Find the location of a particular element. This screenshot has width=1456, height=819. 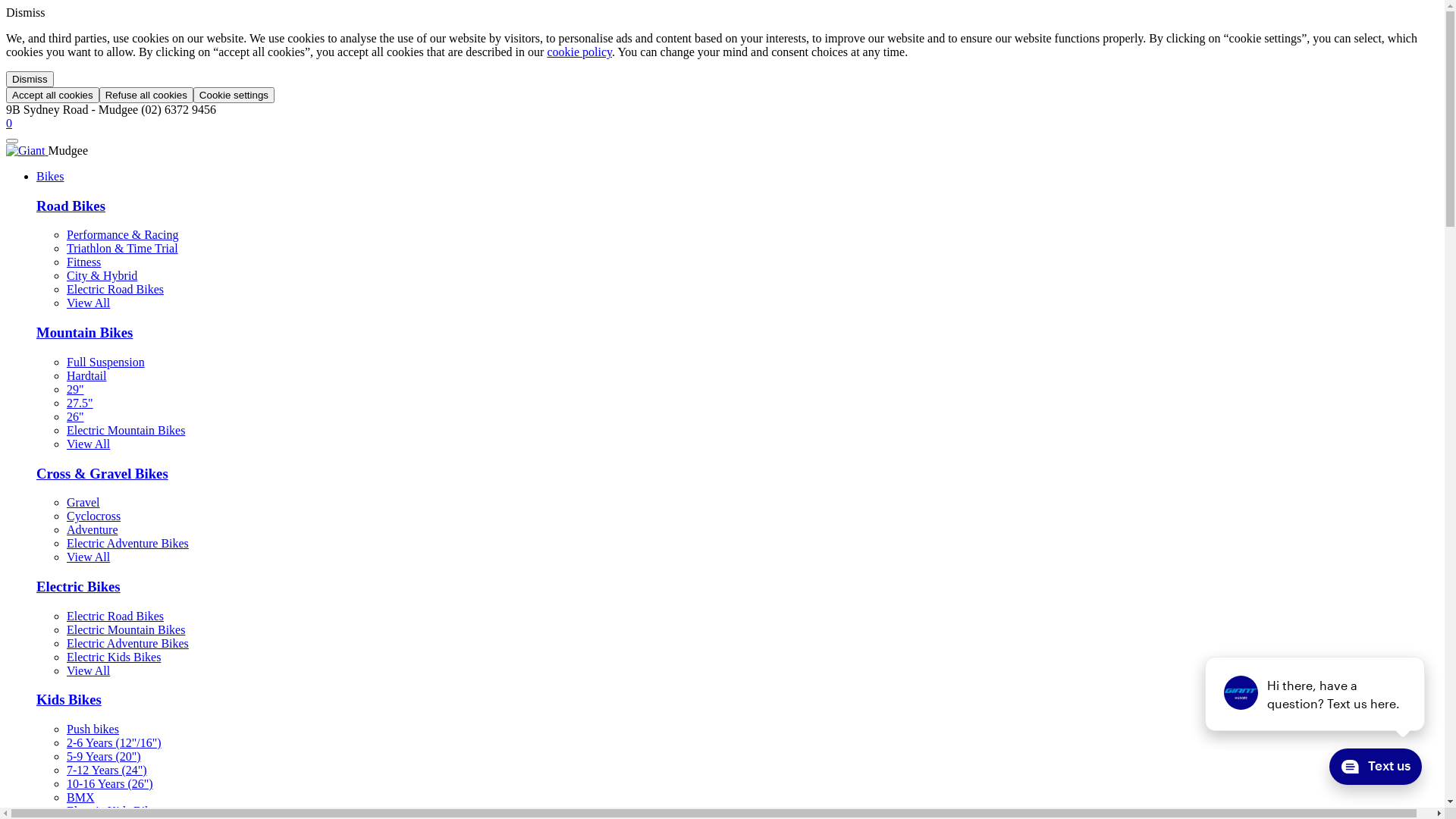

'26"' is located at coordinates (65, 416).